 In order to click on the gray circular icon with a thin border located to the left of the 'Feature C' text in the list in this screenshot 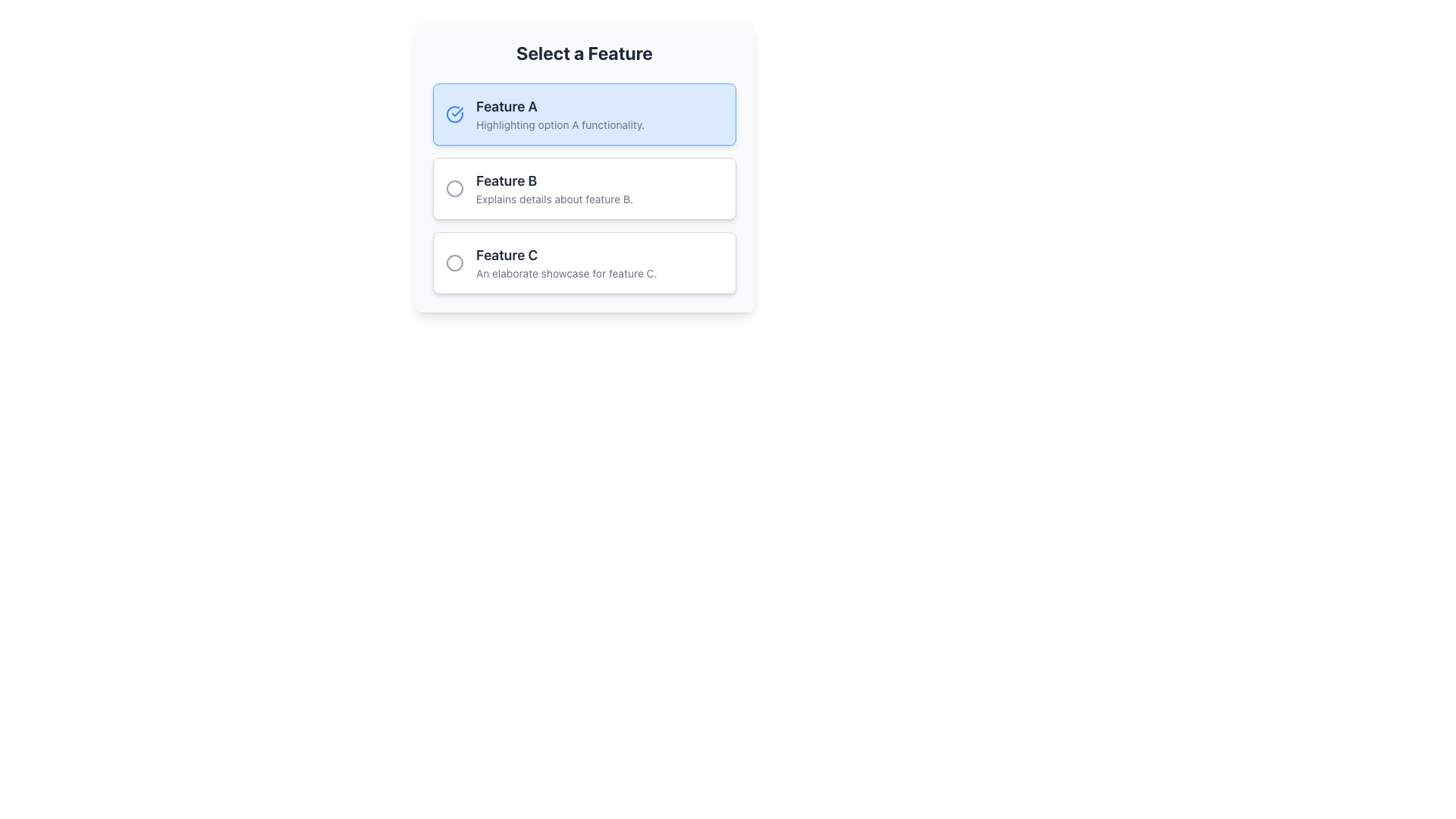, I will do `click(454, 262)`.